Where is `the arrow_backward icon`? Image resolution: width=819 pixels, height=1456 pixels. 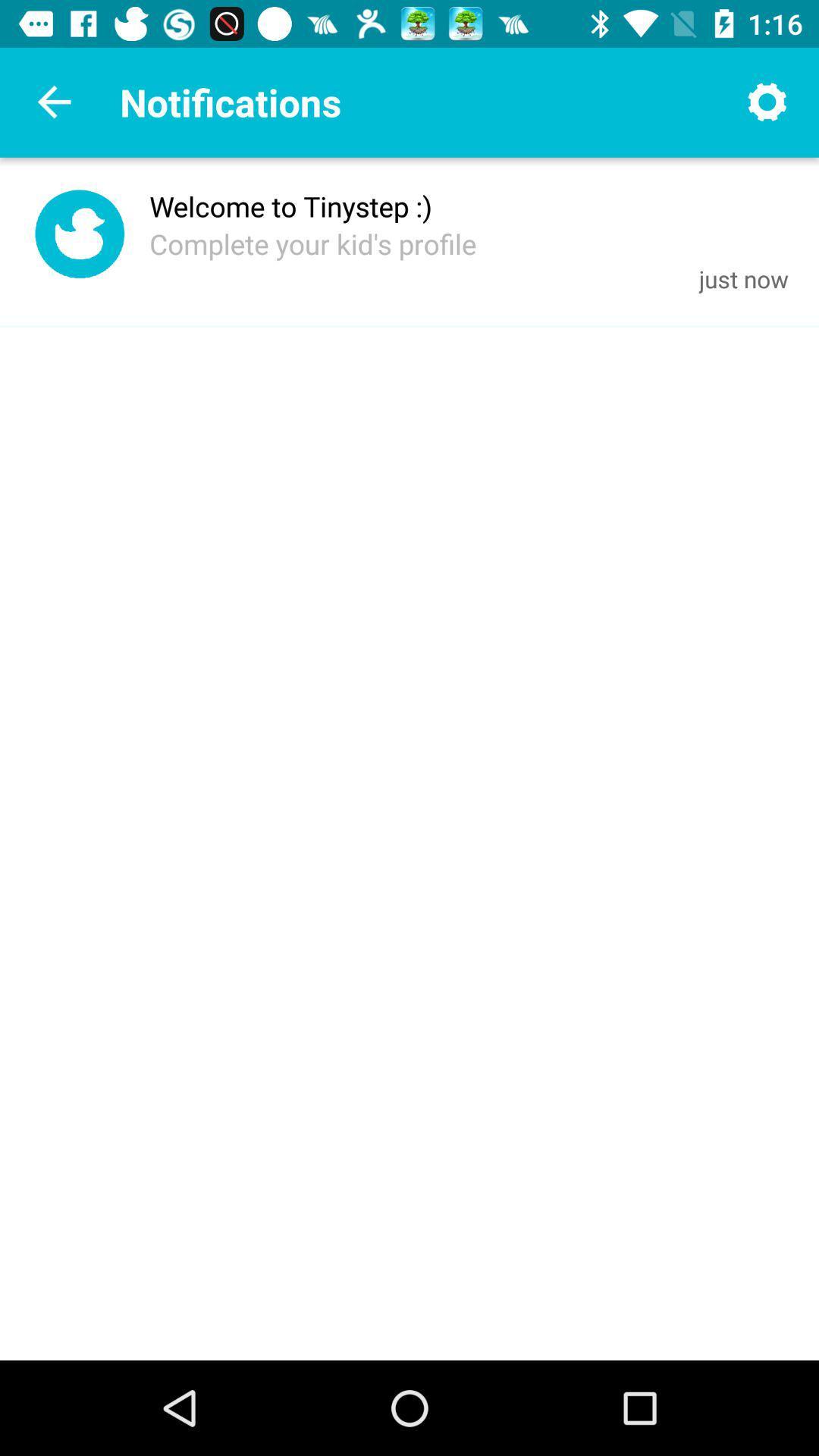
the arrow_backward icon is located at coordinates (54, 102).